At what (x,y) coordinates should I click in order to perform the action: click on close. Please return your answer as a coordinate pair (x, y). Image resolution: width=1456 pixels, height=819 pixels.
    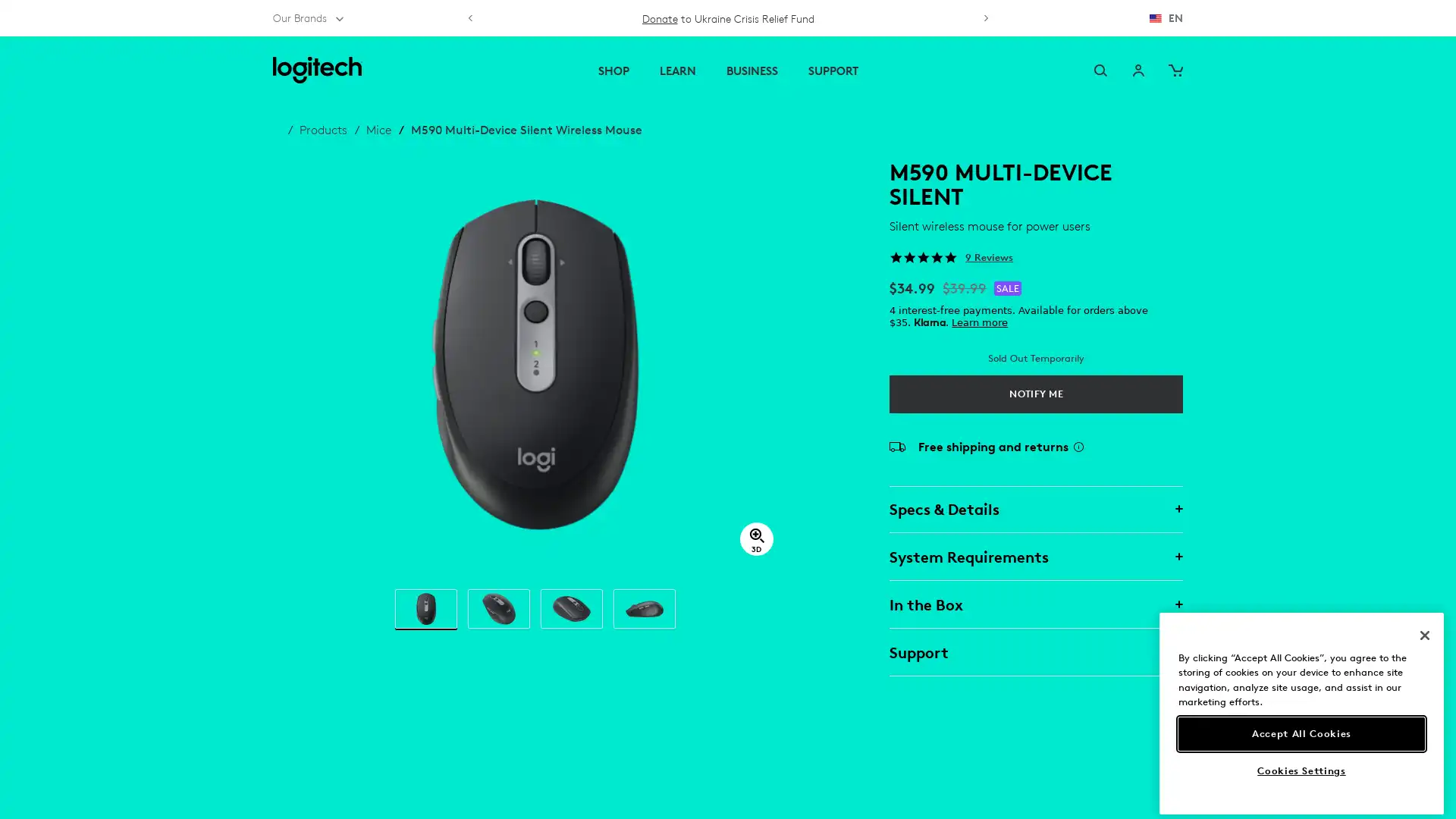
    Looking at the image, I should click on (756, 188).